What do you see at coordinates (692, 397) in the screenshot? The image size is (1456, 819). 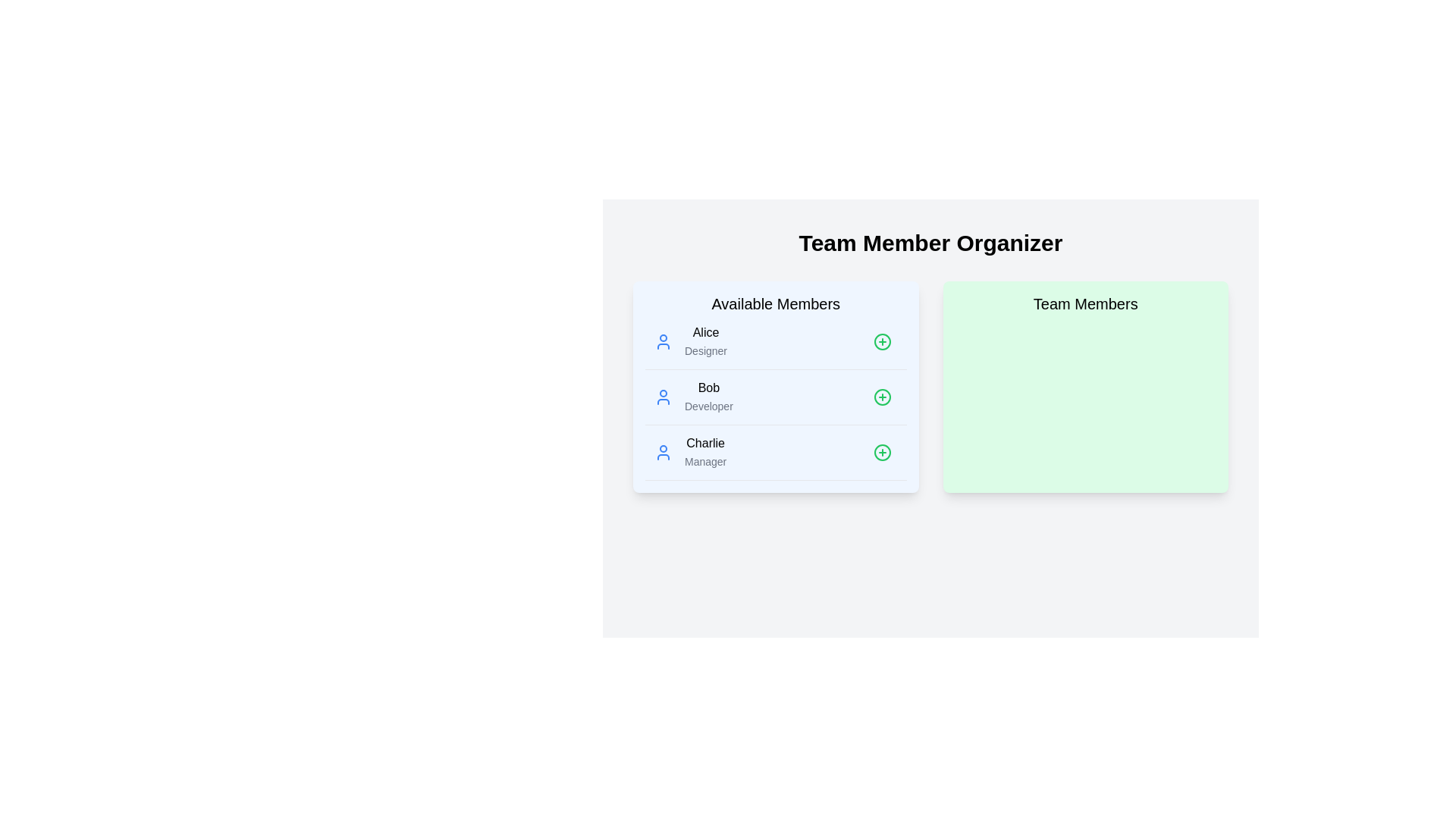 I see `the user icon for the team member 'Bob', who is listed as a Developer under the 'Available Members' section` at bounding box center [692, 397].